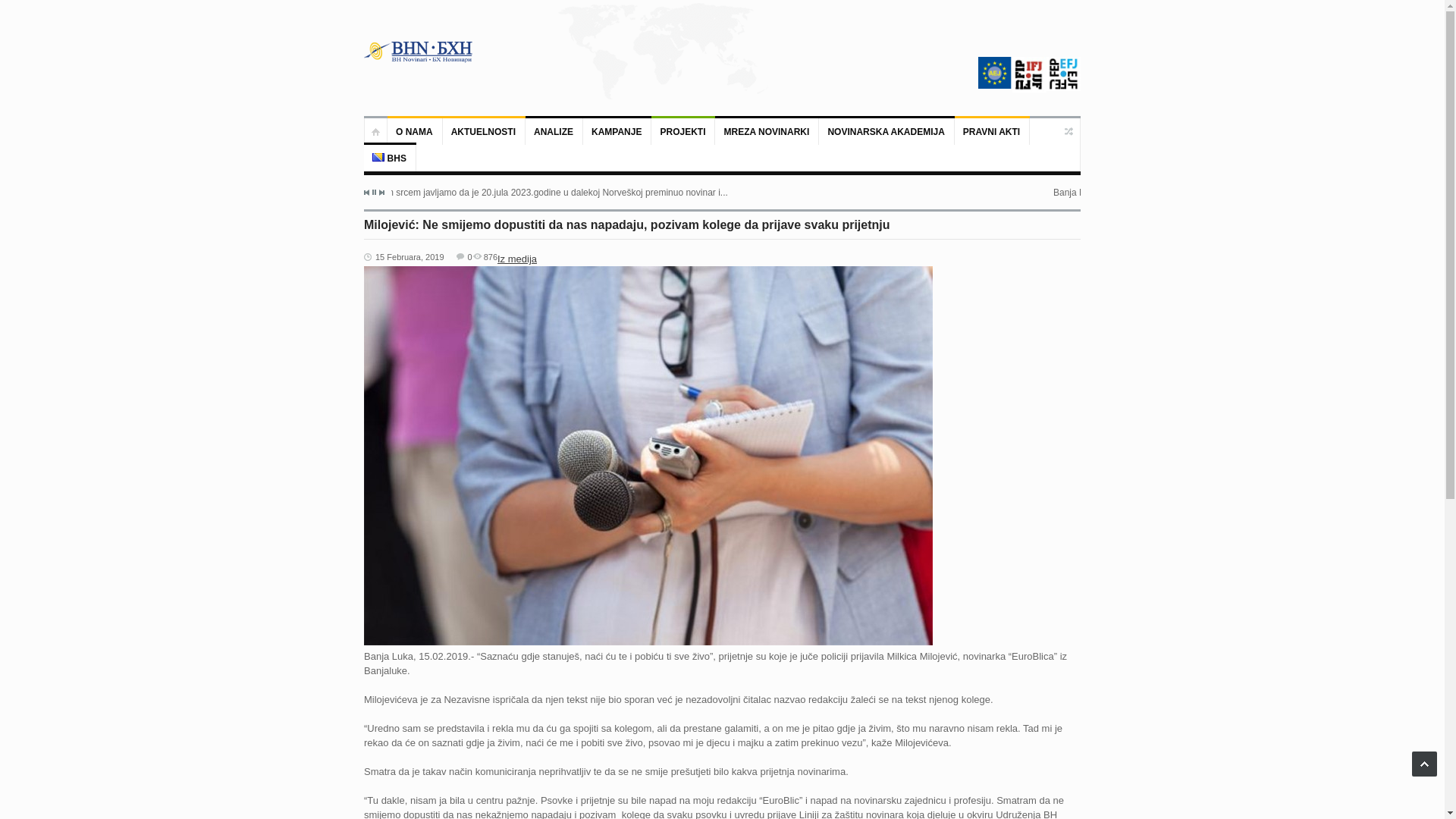 This screenshot has height=819, width=1456. What do you see at coordinates (415, 130) in the screenshot?
I see `'O NAMA'` at bounding box center [415, 130].